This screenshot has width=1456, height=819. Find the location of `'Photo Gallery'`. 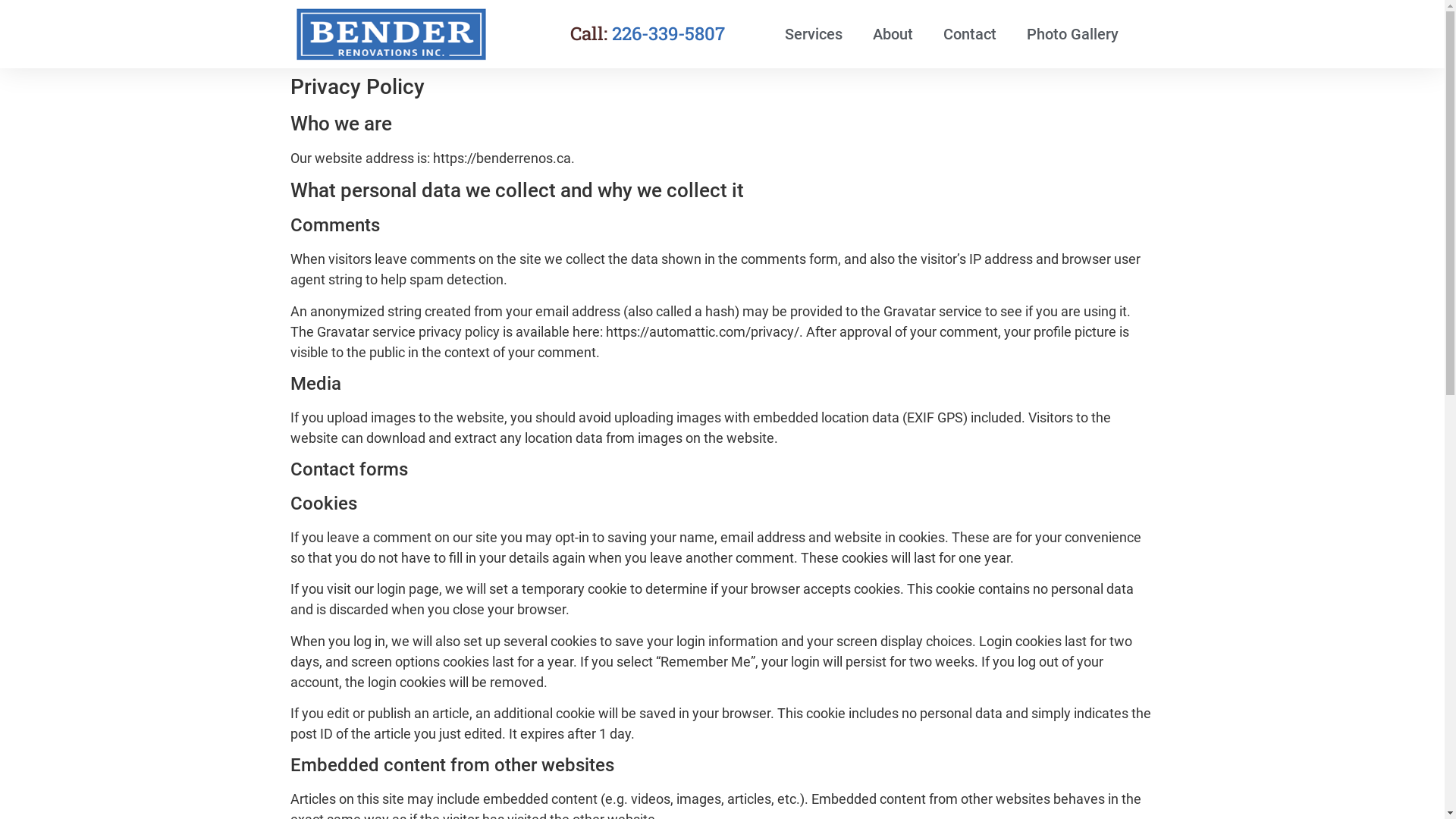

'Photo Gallery' is located at coordinates (1072, 34).